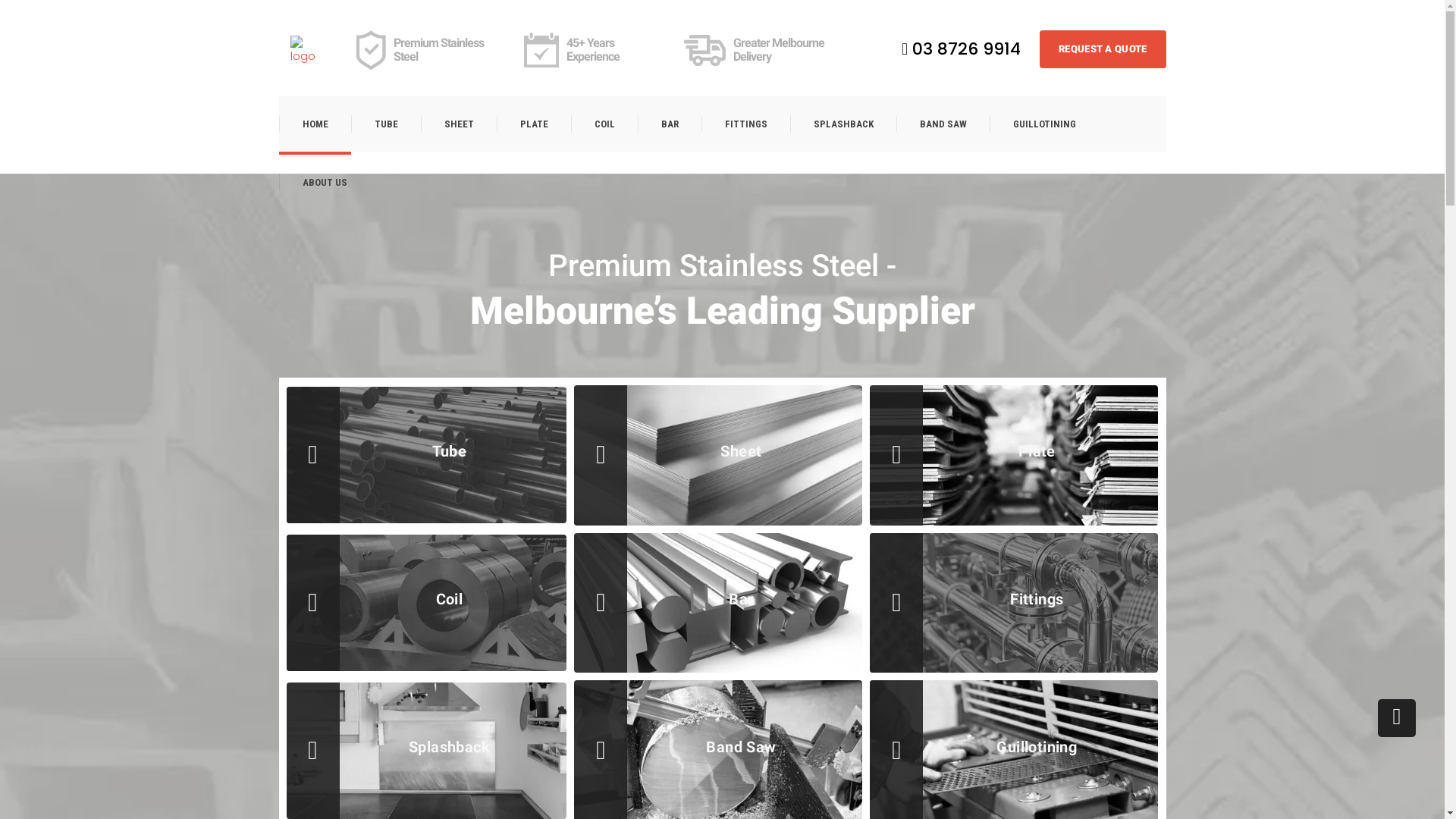 Image resolution: width=1456 pixels, height=819 pixels. What do you see at coordinates (419, 123) in the screenshot?
I see `'SHEET'` at bounding box center [419, 123].